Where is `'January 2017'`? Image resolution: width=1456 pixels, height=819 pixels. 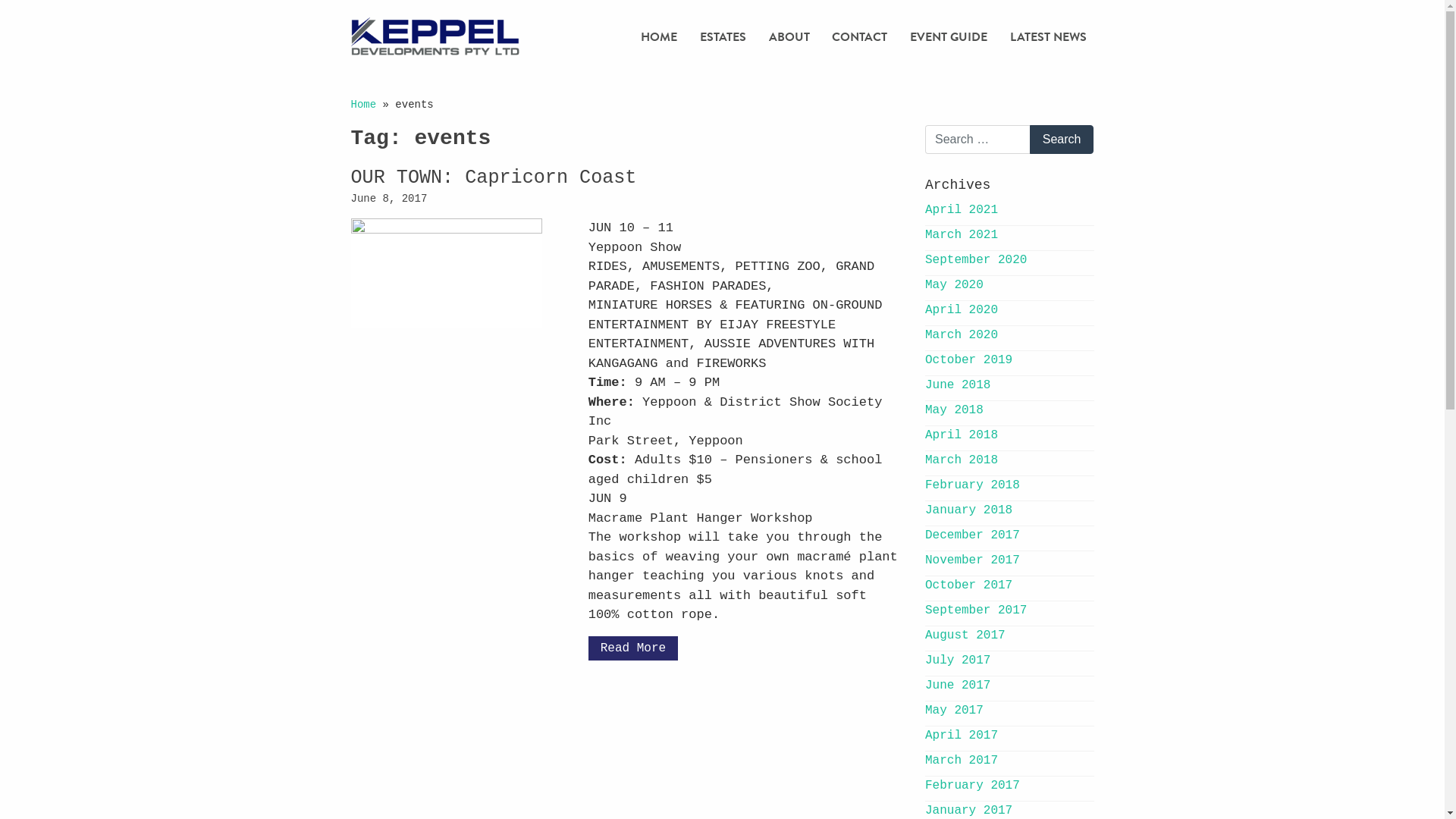 'January 2017' is located at coordinates (968, 809).